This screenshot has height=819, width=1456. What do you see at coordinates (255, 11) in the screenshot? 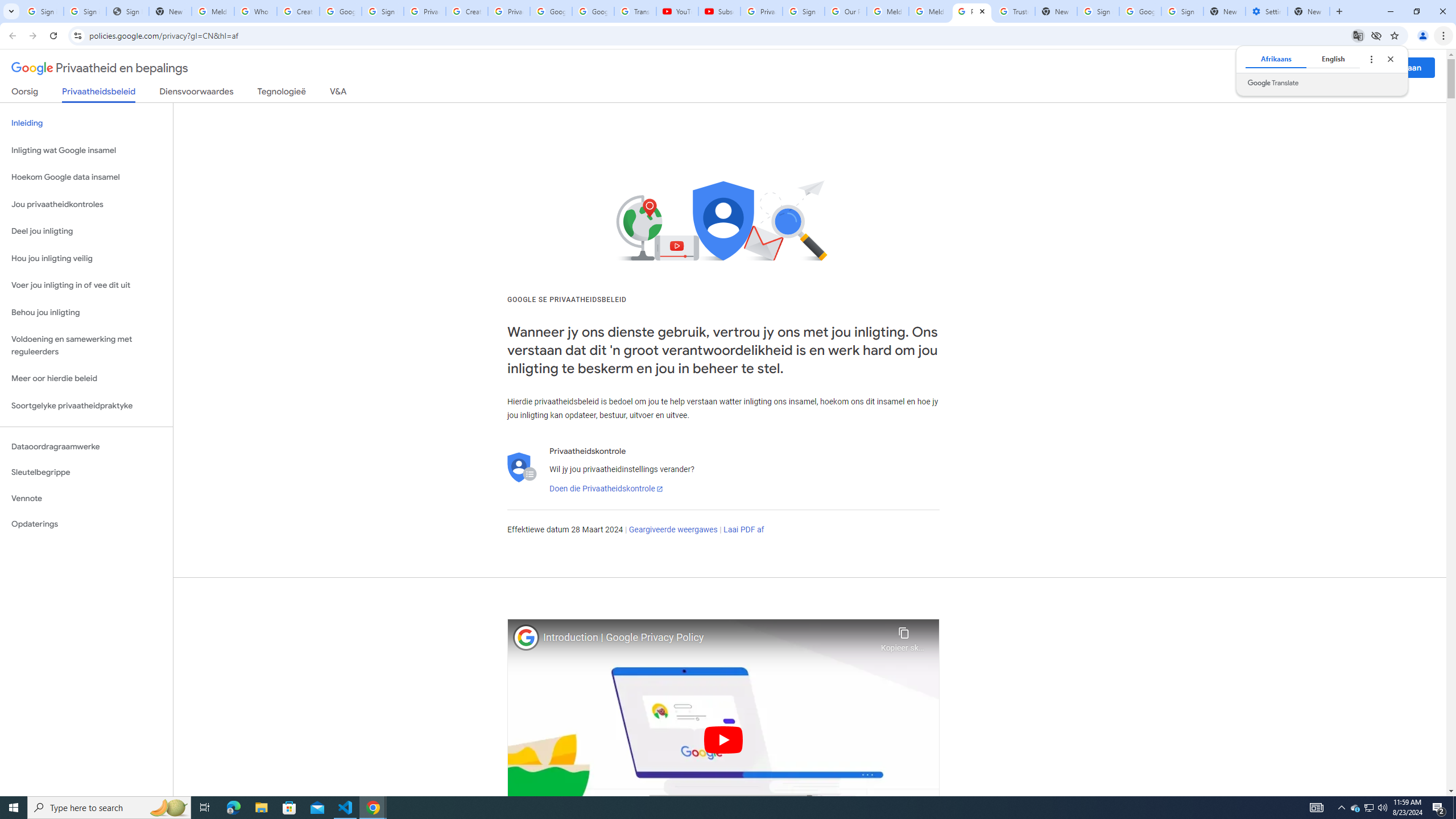
I see `'Who is my administrator? - Google Account Help'` at bounding box center [255, 11].